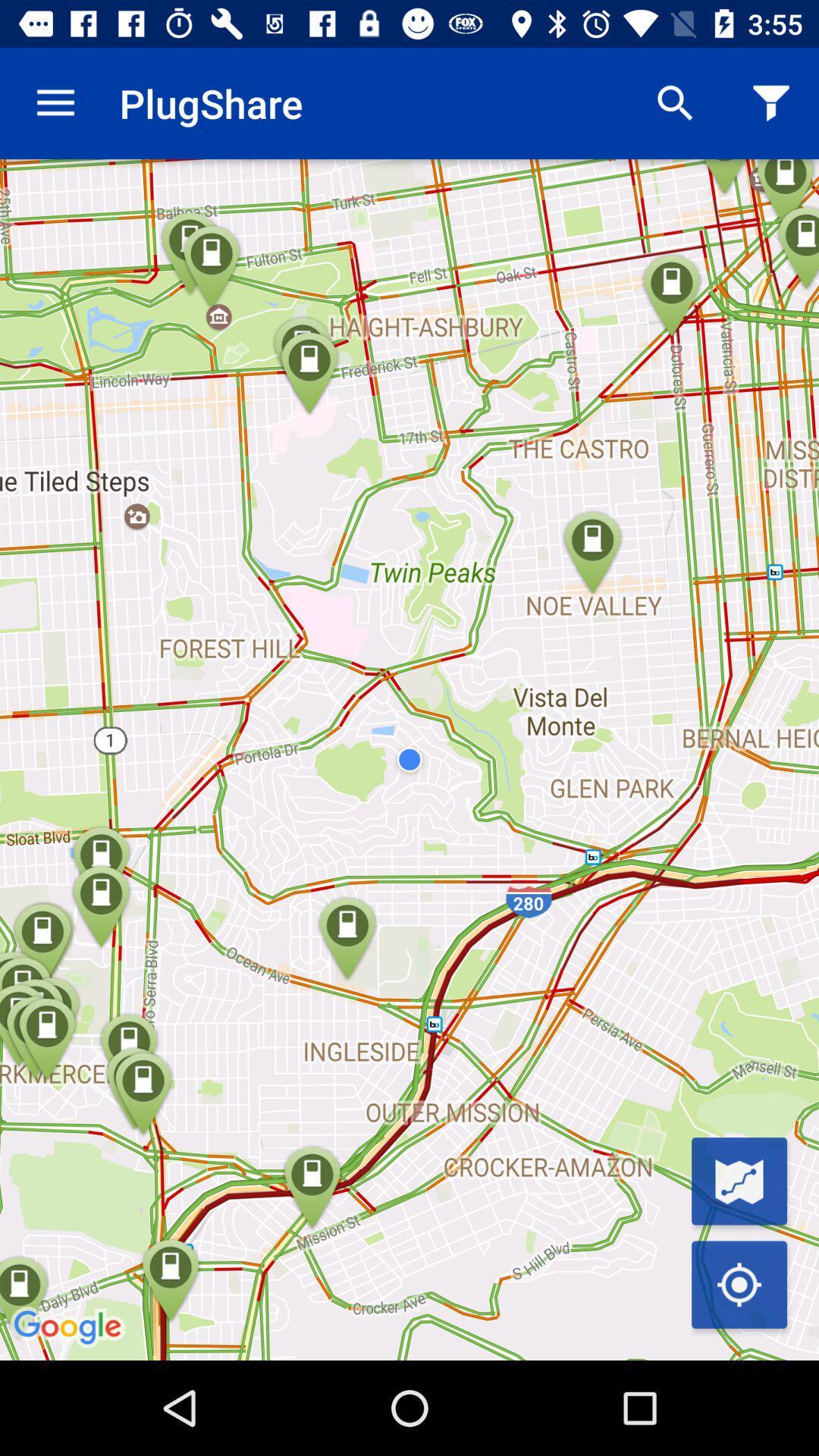  What do you see at coordinates (739, 1284) in the screenshot?
I see `the location_crosshair icon` at bounding box center [739, 1284].